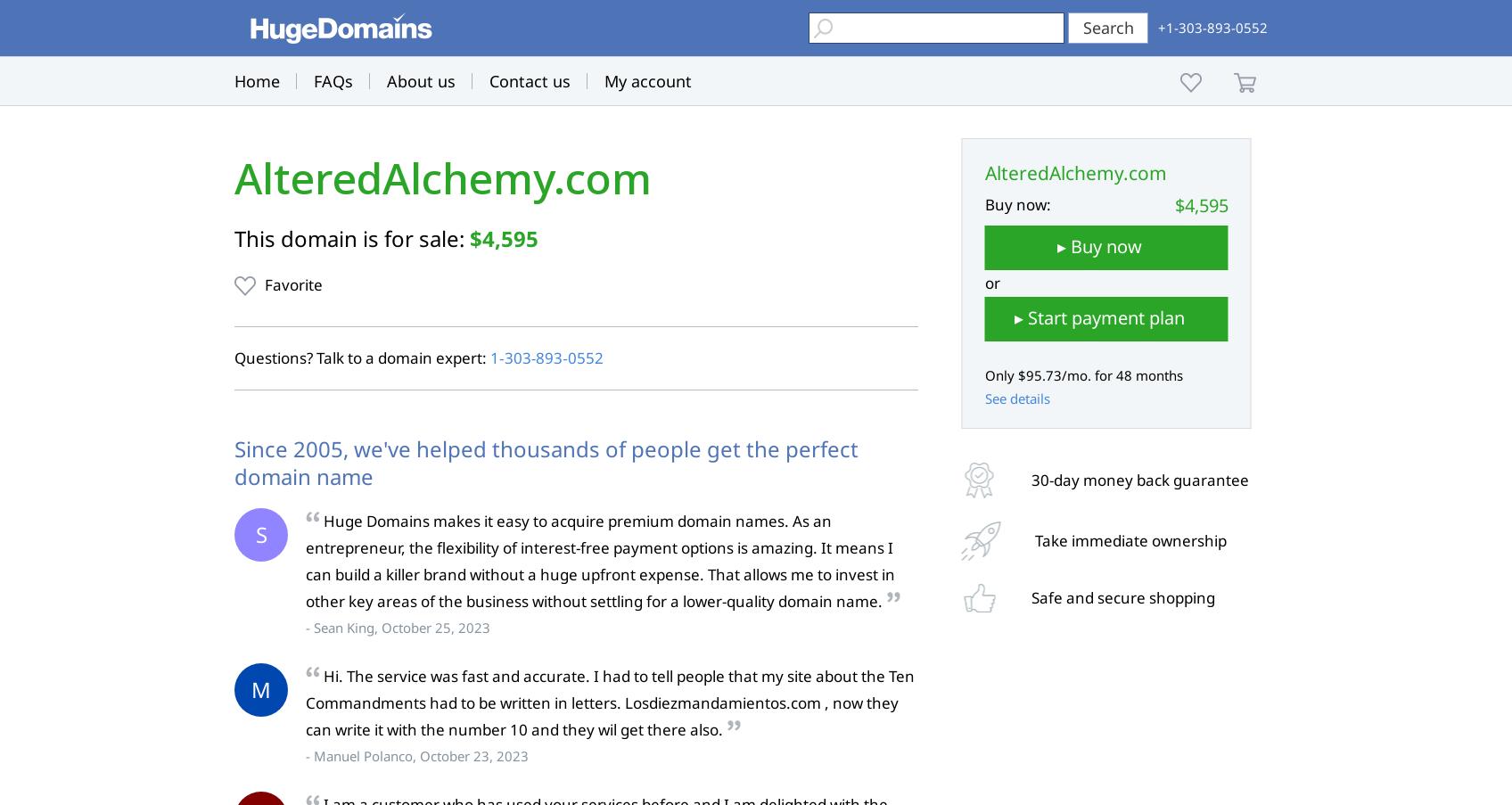 The image size is (1512, 805). I want to click on 'Home', so click(257, 81).